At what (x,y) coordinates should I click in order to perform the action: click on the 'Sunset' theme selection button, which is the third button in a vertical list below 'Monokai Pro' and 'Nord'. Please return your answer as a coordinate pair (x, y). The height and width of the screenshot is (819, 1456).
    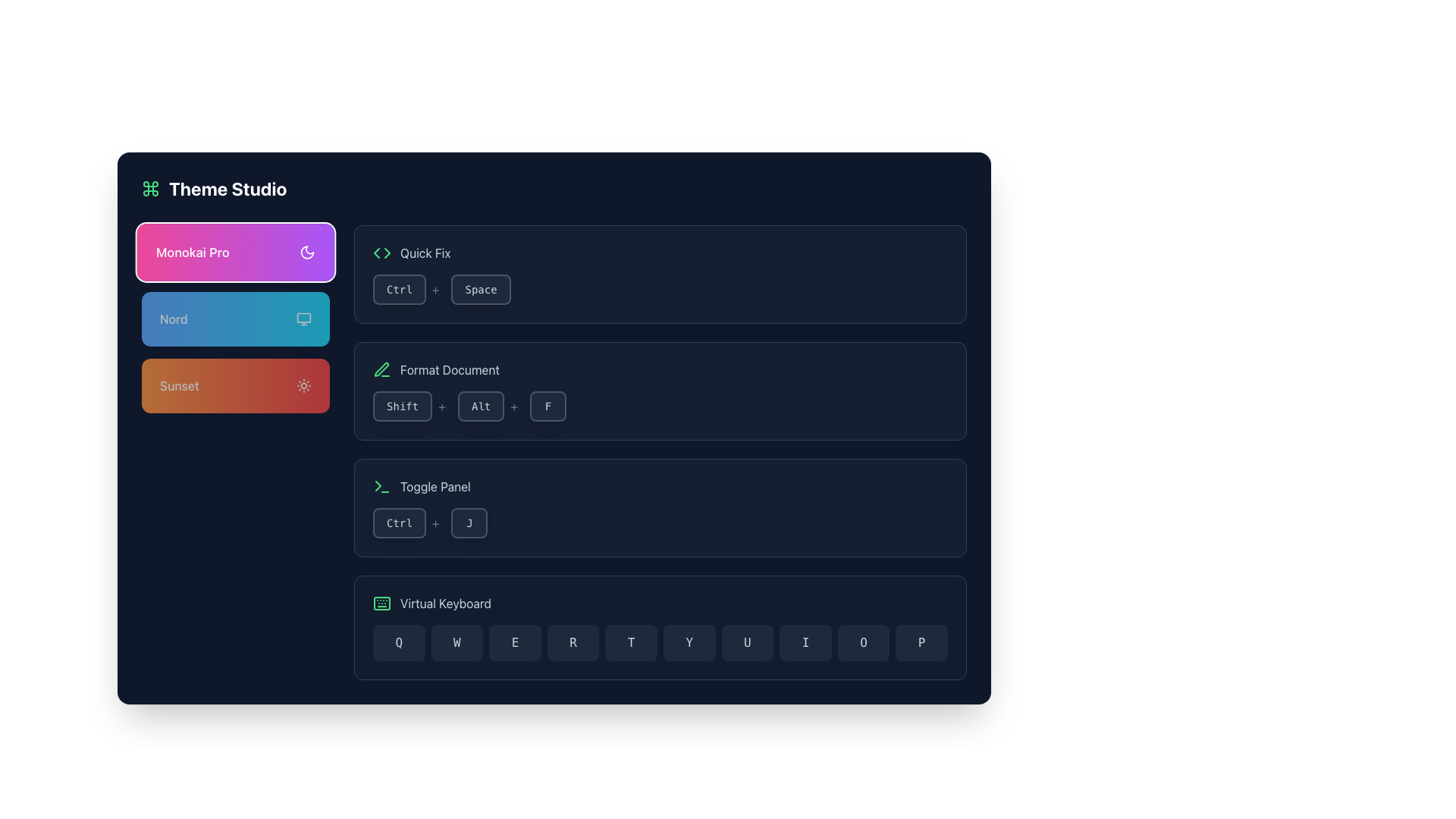
    Looking at the image, I should click on (235, 385).